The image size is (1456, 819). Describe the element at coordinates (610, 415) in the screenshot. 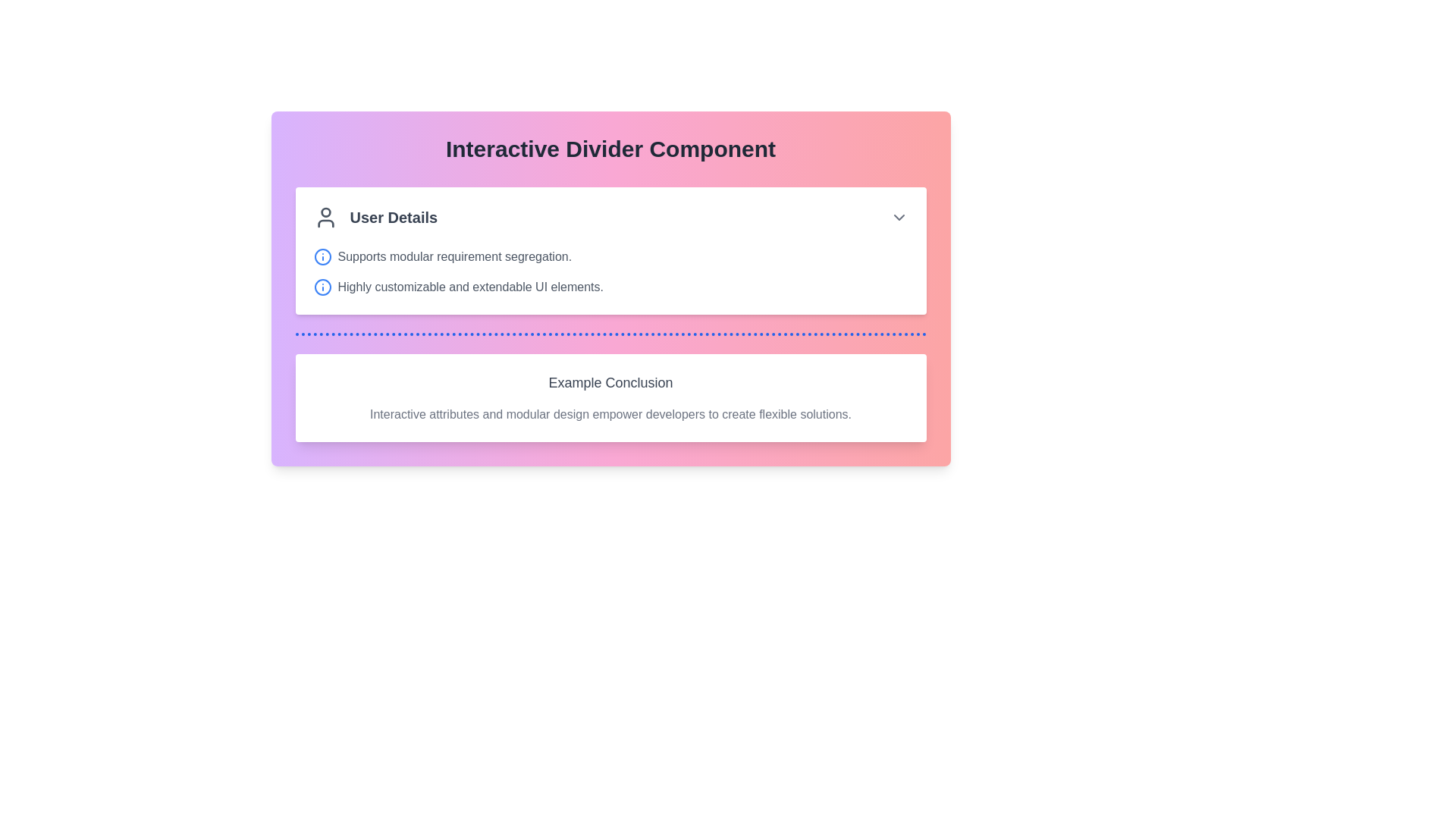

I see `the static text block that provides descriptive information below the heading 'Example Conclusion'` at that location.